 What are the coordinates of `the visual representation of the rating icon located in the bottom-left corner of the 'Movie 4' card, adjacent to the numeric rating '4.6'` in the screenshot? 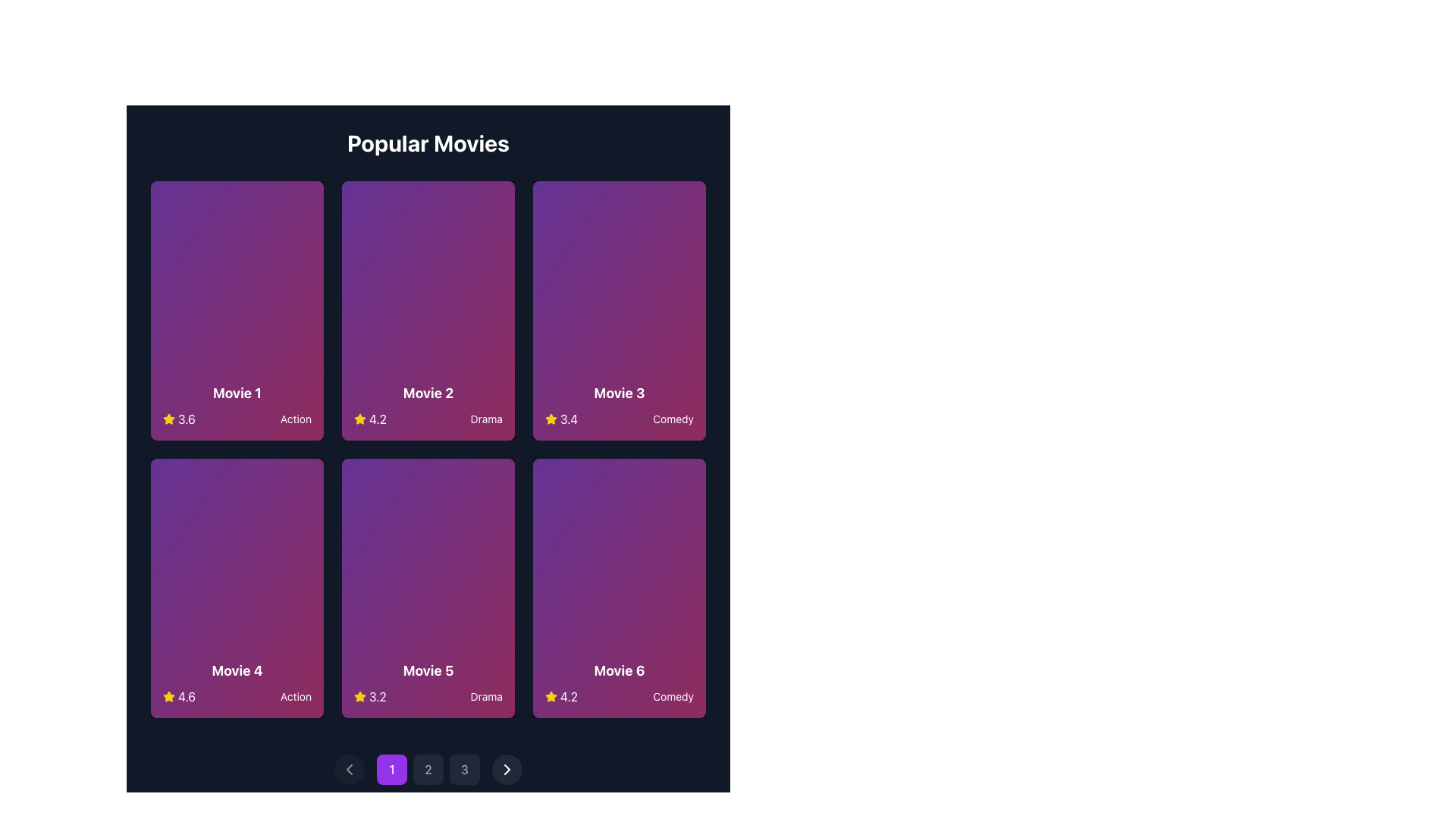 It's located at (168, 696).